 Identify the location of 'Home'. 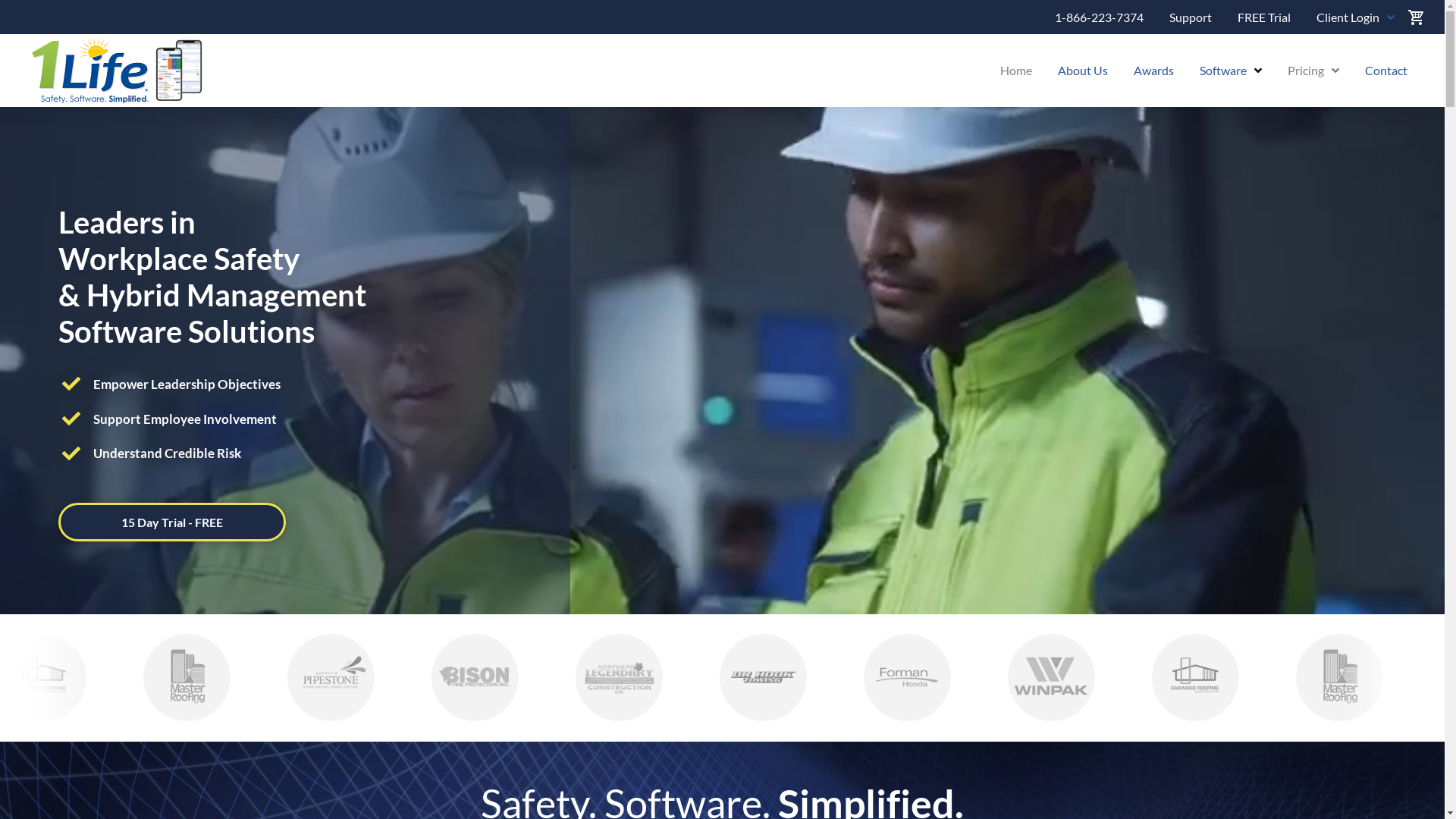
(1015, 70).